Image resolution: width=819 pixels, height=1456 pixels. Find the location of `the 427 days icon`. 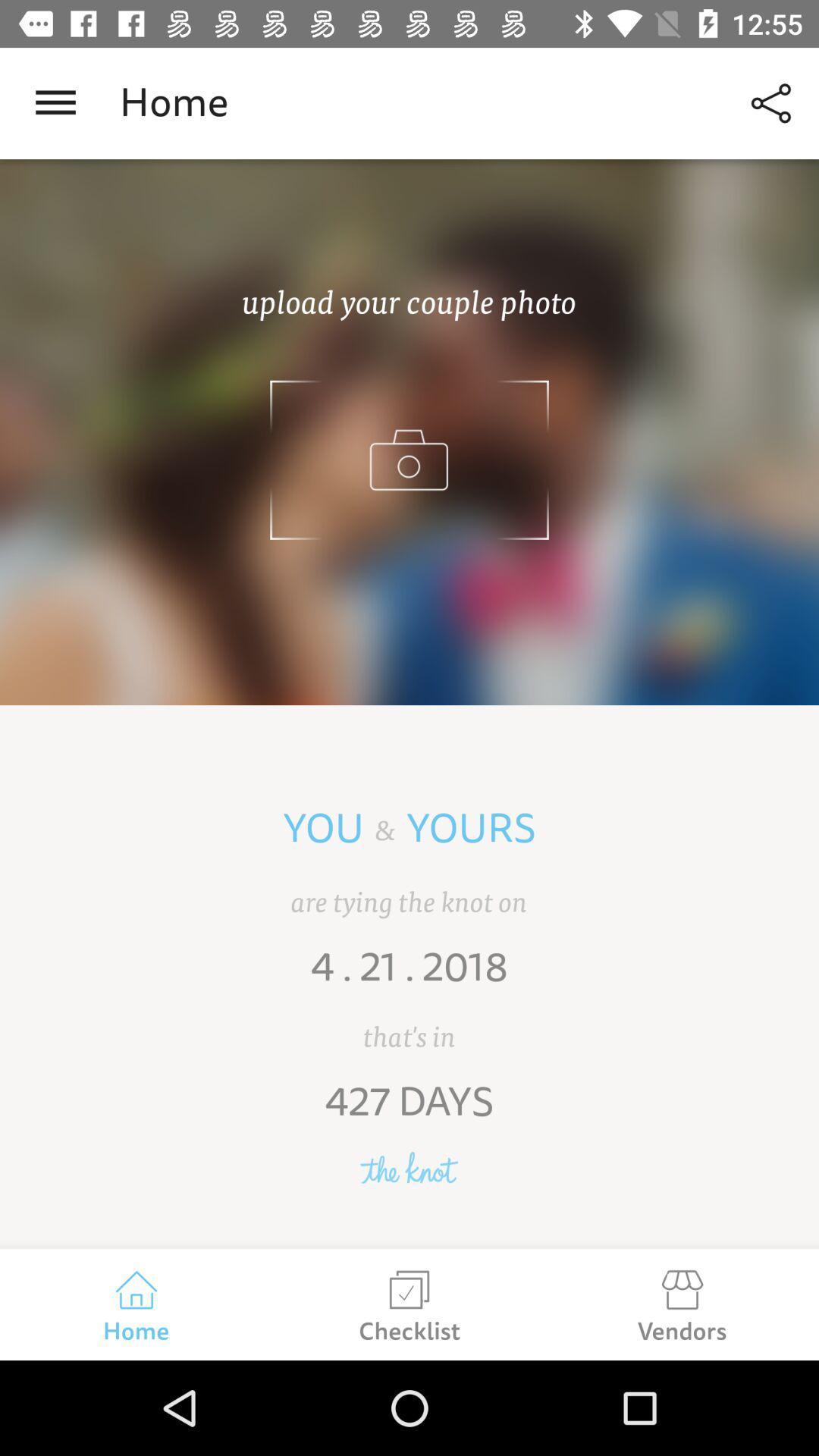

the 427 days icon is located at coordinates (409, 1112).